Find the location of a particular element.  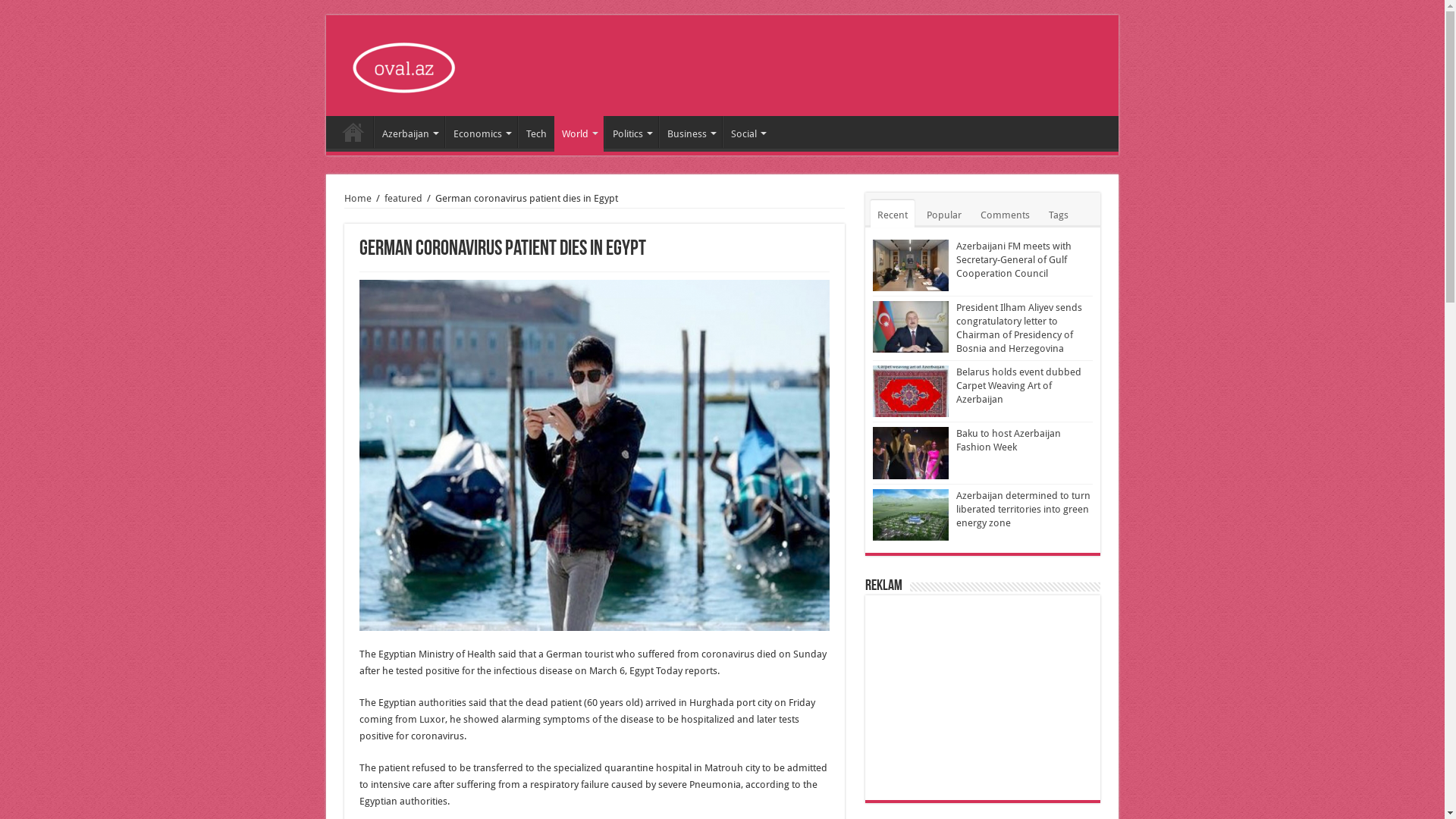

'Politics' is located at coordinates (603, 130).